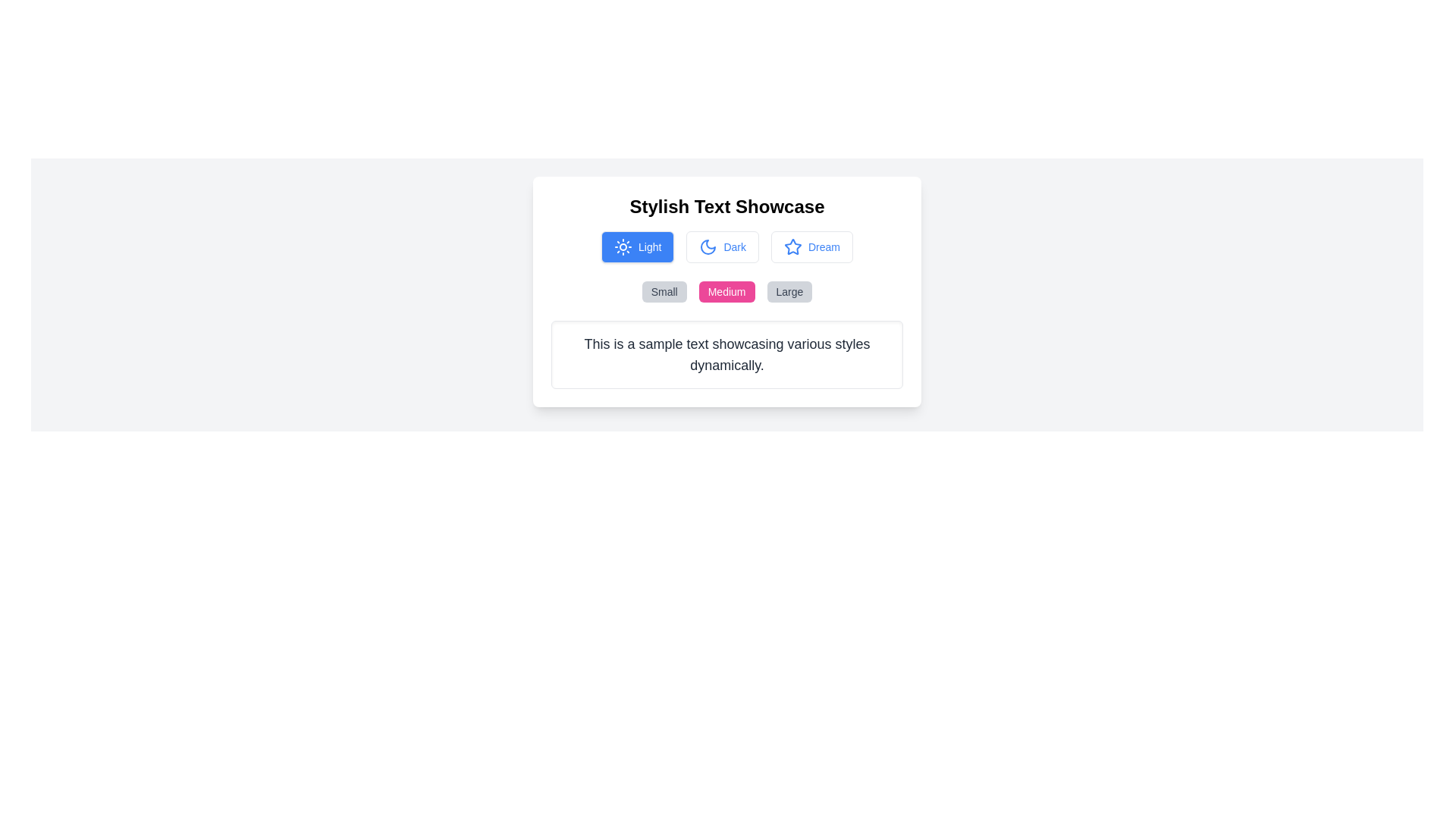 The image size is (1456, 819). What do you see at coordinates (792, 246) in the screenshot?
I see `the 'Dream' theme selection icon button, which is the third icon in a row of three at the top of the 'Stylish Text Showcase' card` at bounding box center [792, 246].